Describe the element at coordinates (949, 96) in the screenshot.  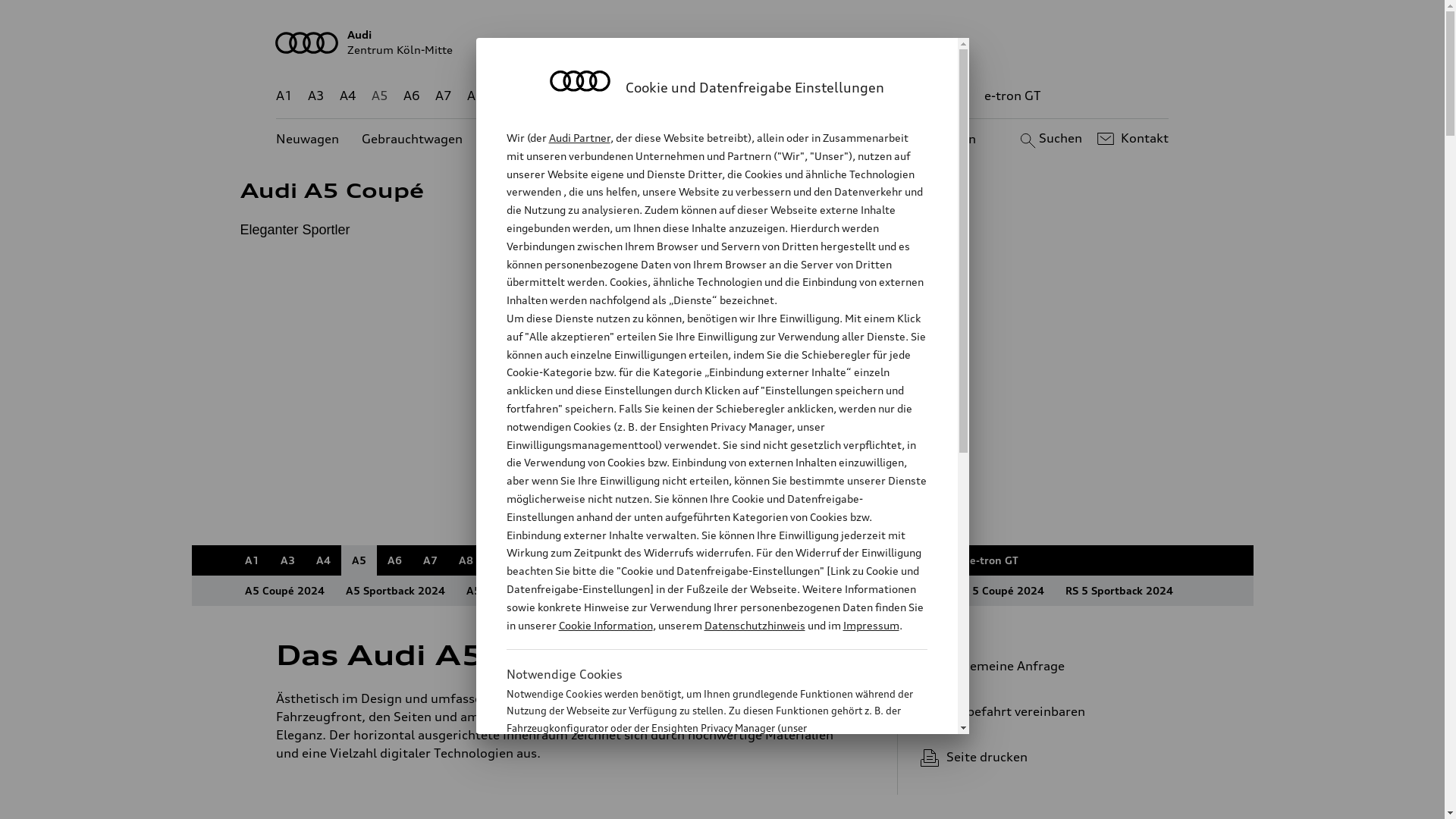
I see `'g-tron'` at that location.